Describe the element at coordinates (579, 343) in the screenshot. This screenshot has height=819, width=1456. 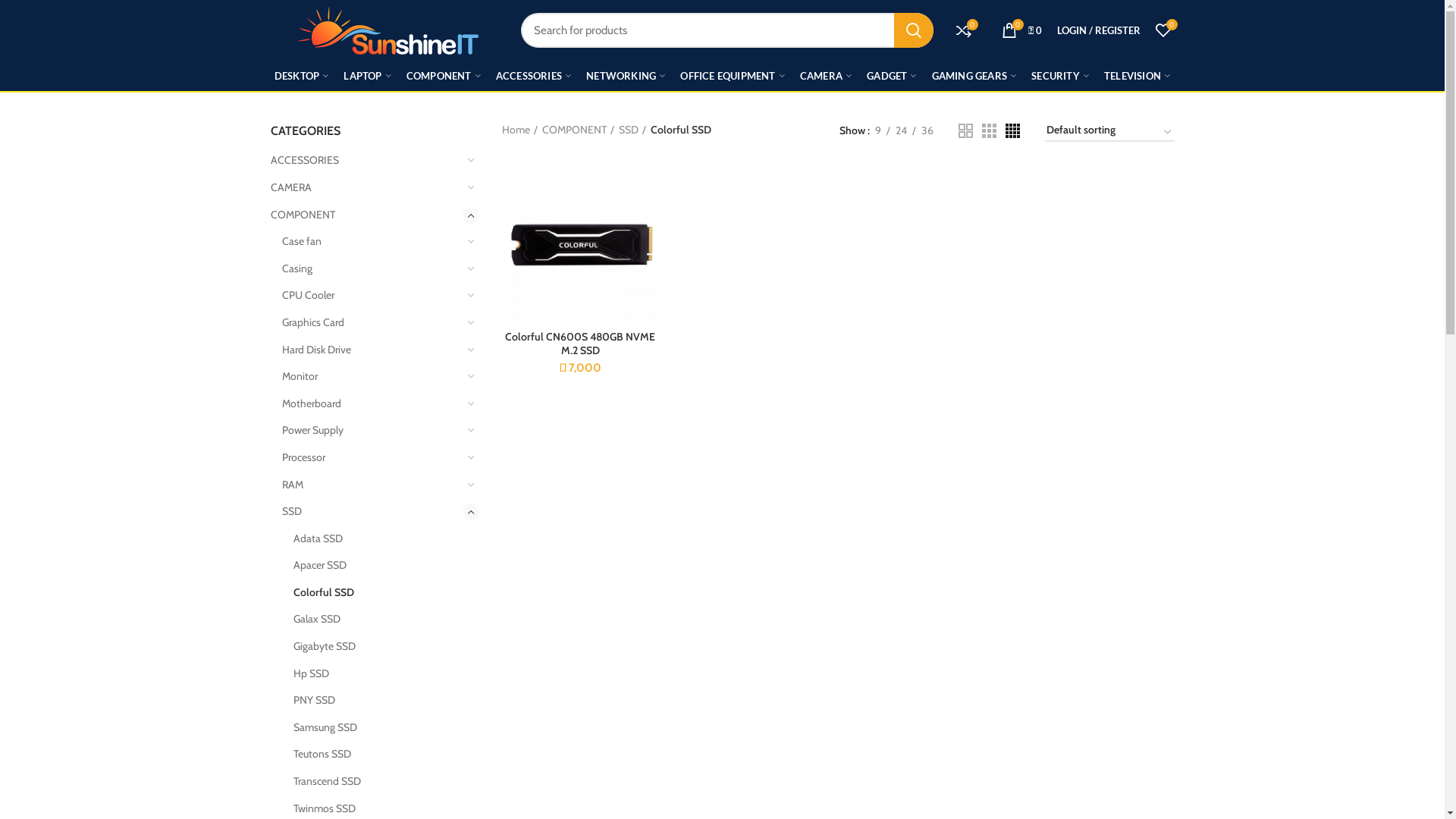
I see `'Colorful CN600S 480GB NVME M.2 SSD'` at that location.